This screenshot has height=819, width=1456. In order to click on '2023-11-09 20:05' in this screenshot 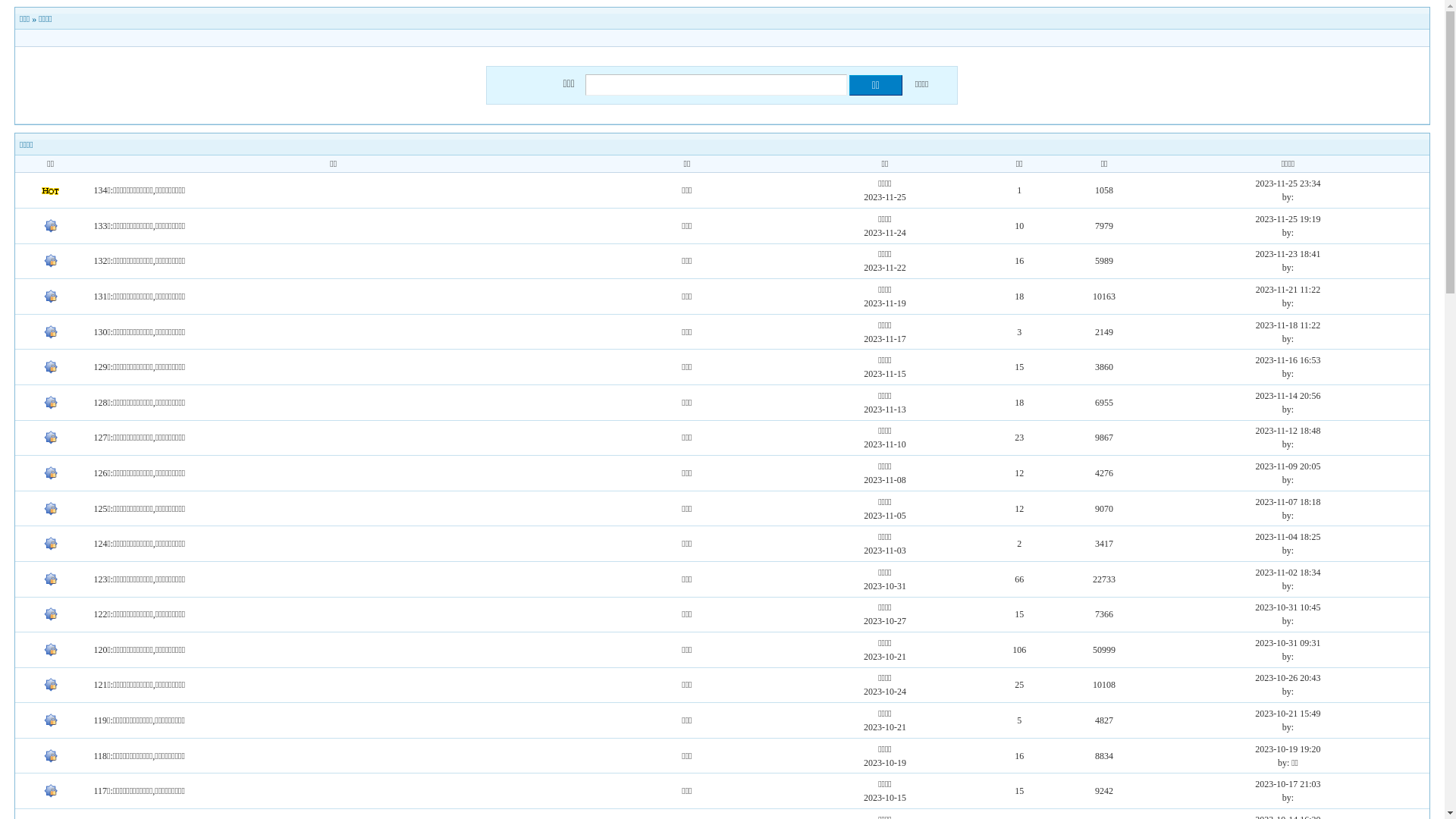, I will do `click(1256, 465)`.